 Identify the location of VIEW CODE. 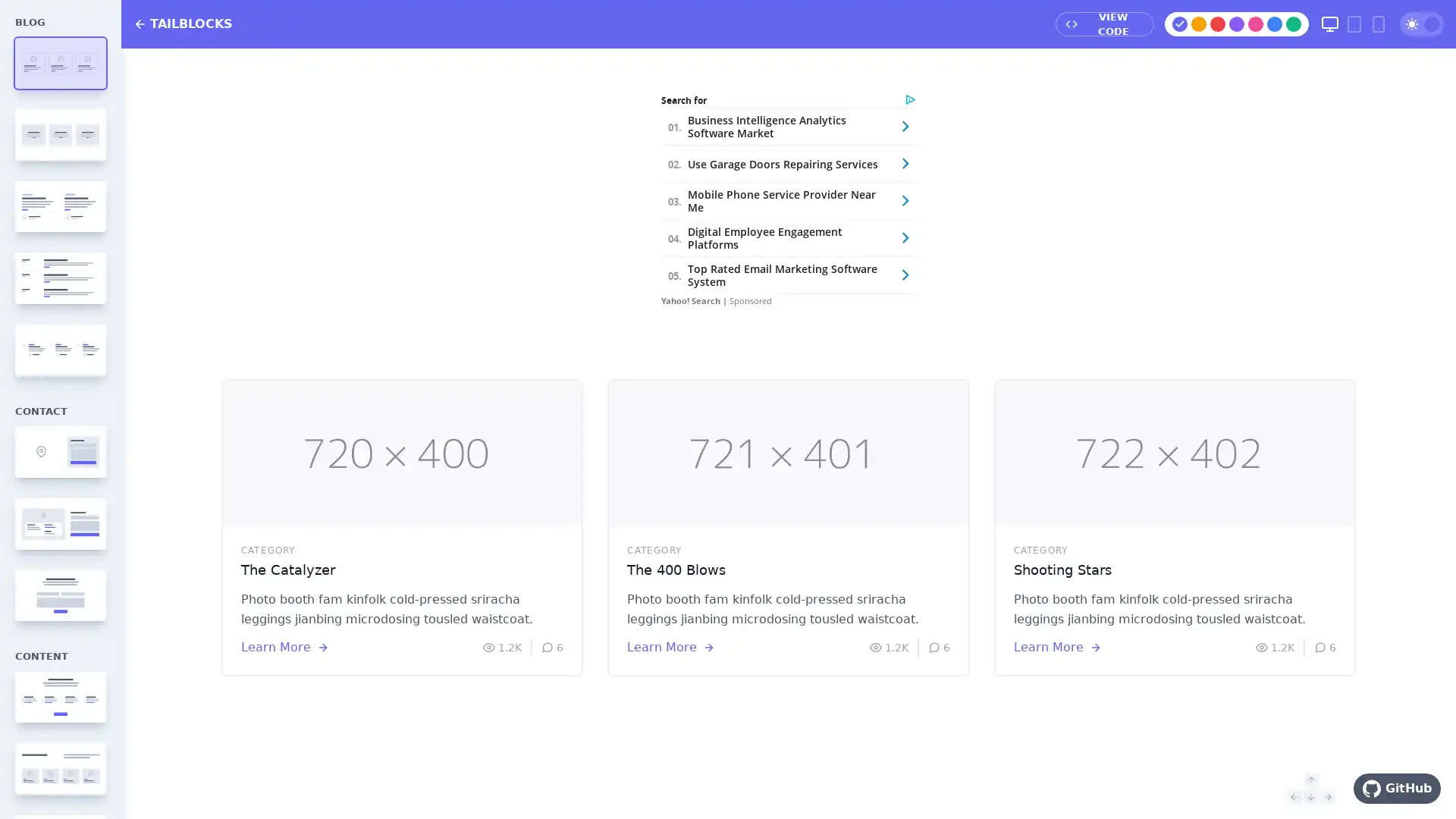
(1105, 24).